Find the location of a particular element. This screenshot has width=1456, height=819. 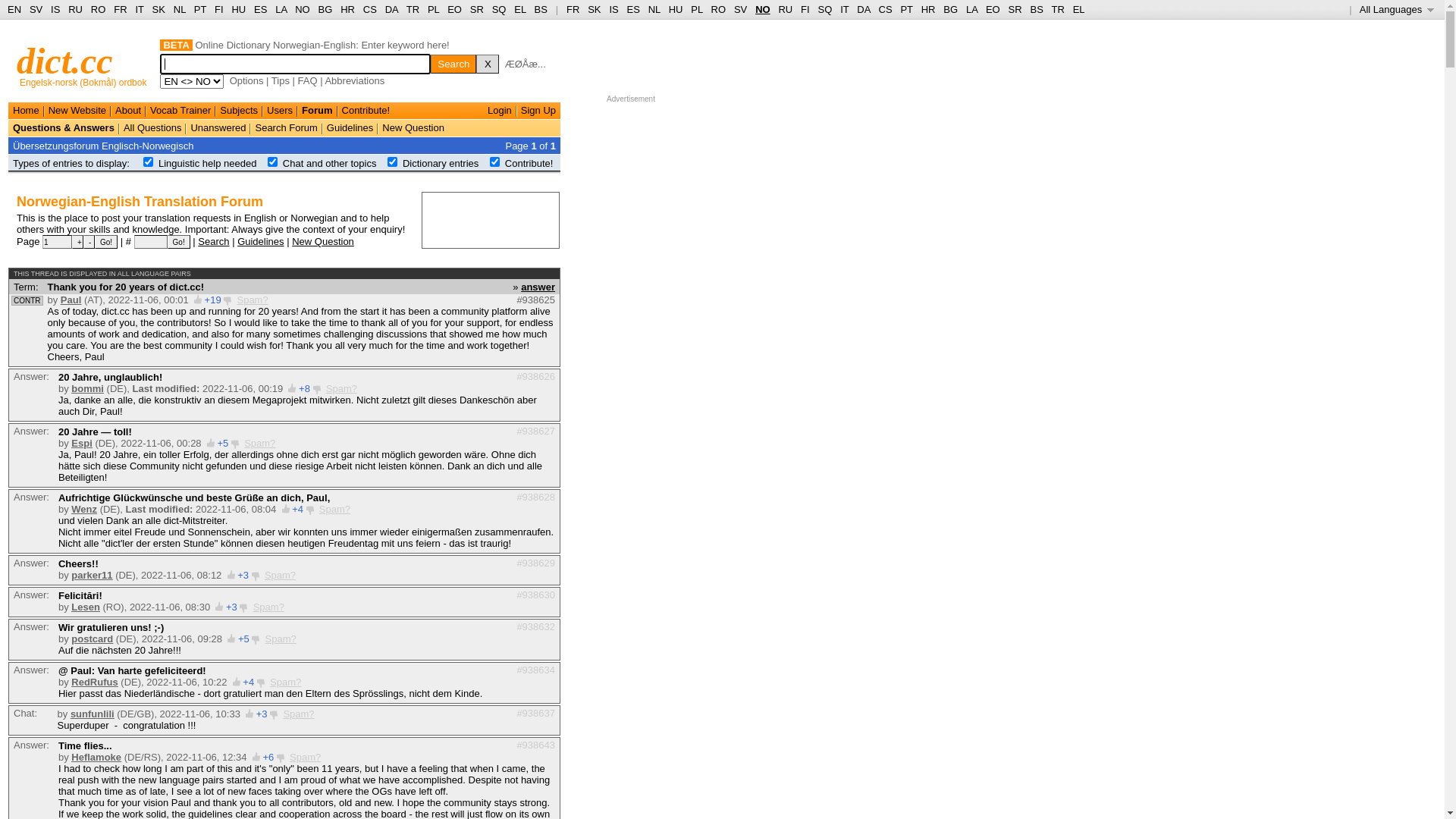

'#938625' is located at coordinates (535, 300).